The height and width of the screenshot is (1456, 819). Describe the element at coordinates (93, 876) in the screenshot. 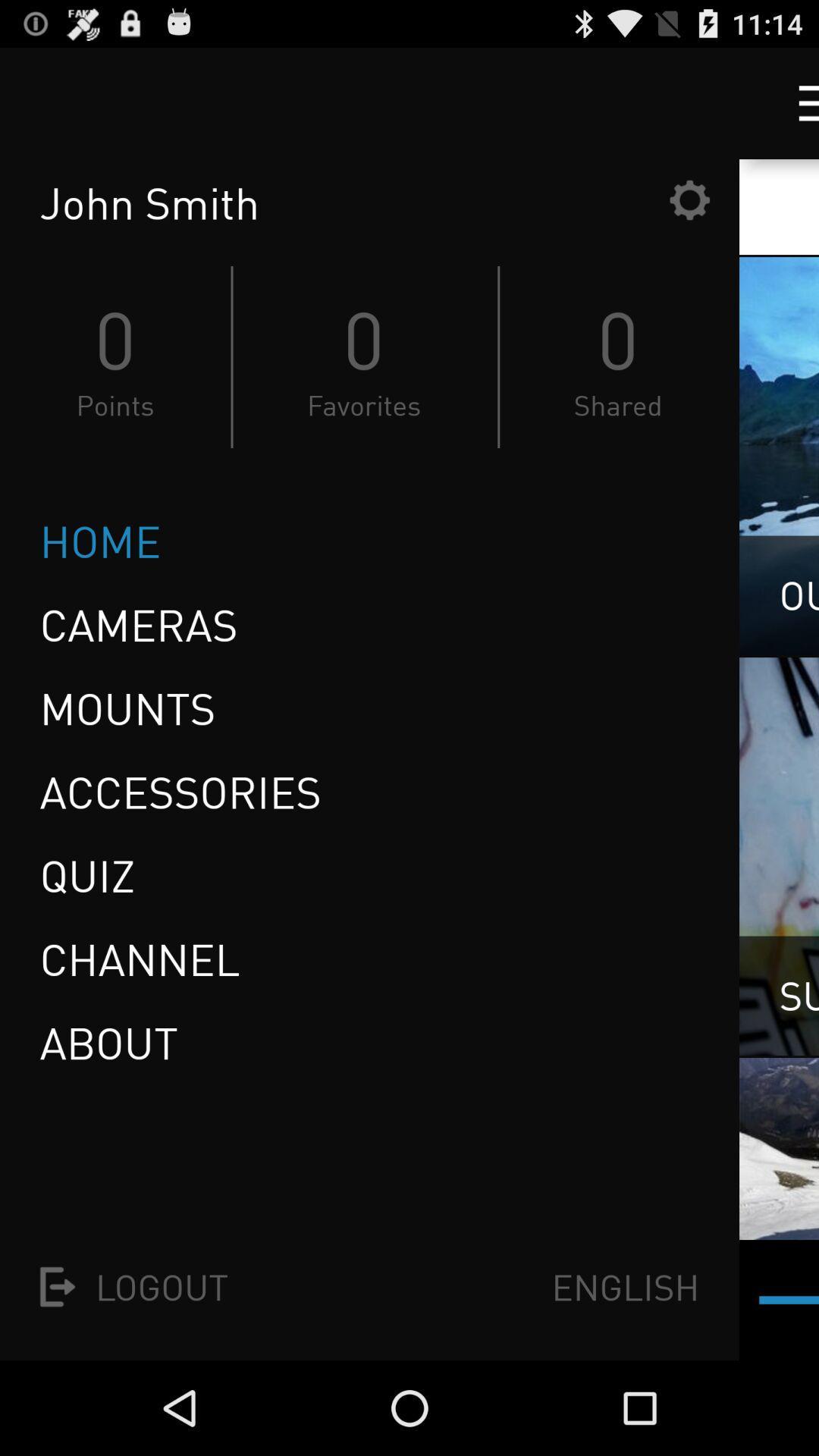

I see `item below the accessories` at that location.